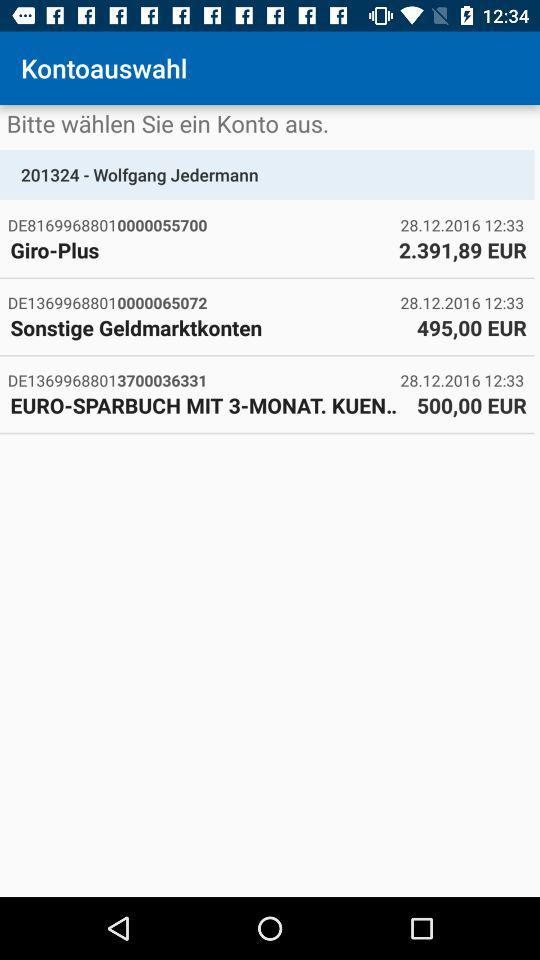 Image resolution: width=540 pixels, height=960 pixels. What do you see at coordinates (462, 249) in the screenshot?
I see `icon next to the giro-plus` at bounding box center [462, 249].